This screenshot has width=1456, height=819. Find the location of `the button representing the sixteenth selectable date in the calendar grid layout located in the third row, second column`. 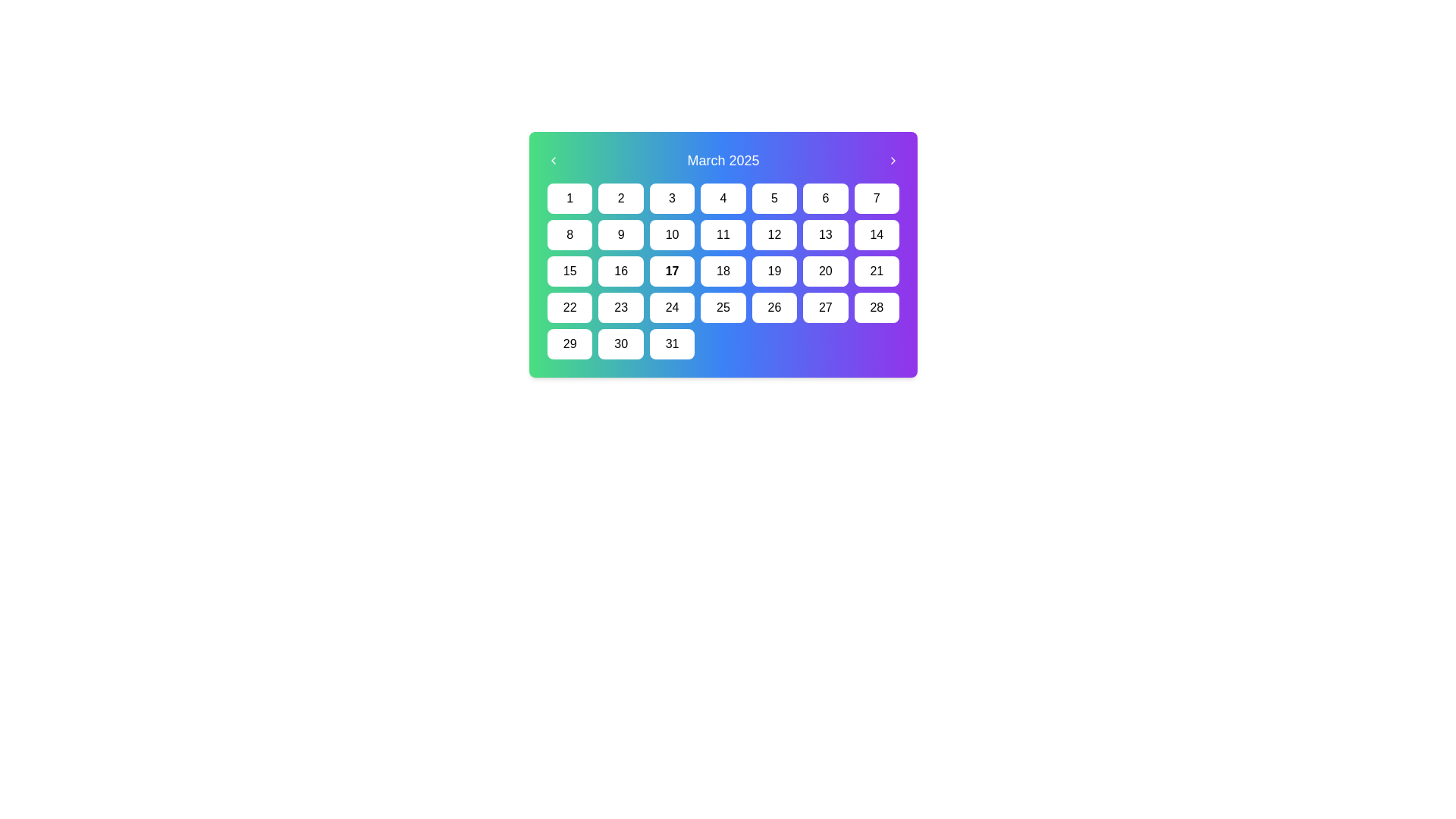

the button representing the sixteenth selectable date in the calendar grid layout located in the third row, second column is located at coordinates (621, 271).